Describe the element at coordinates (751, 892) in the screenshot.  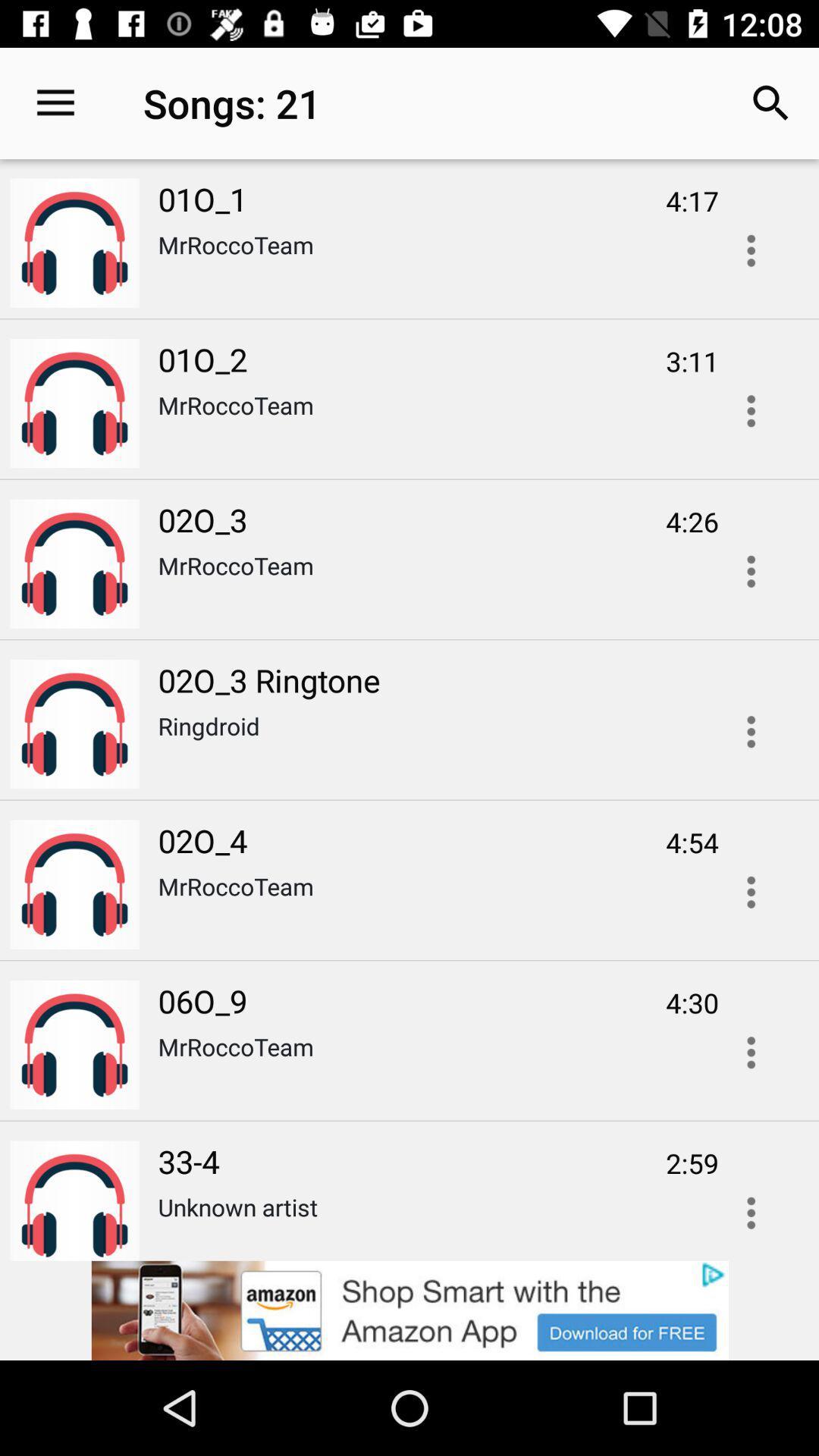
I see `click for more information` at that location.